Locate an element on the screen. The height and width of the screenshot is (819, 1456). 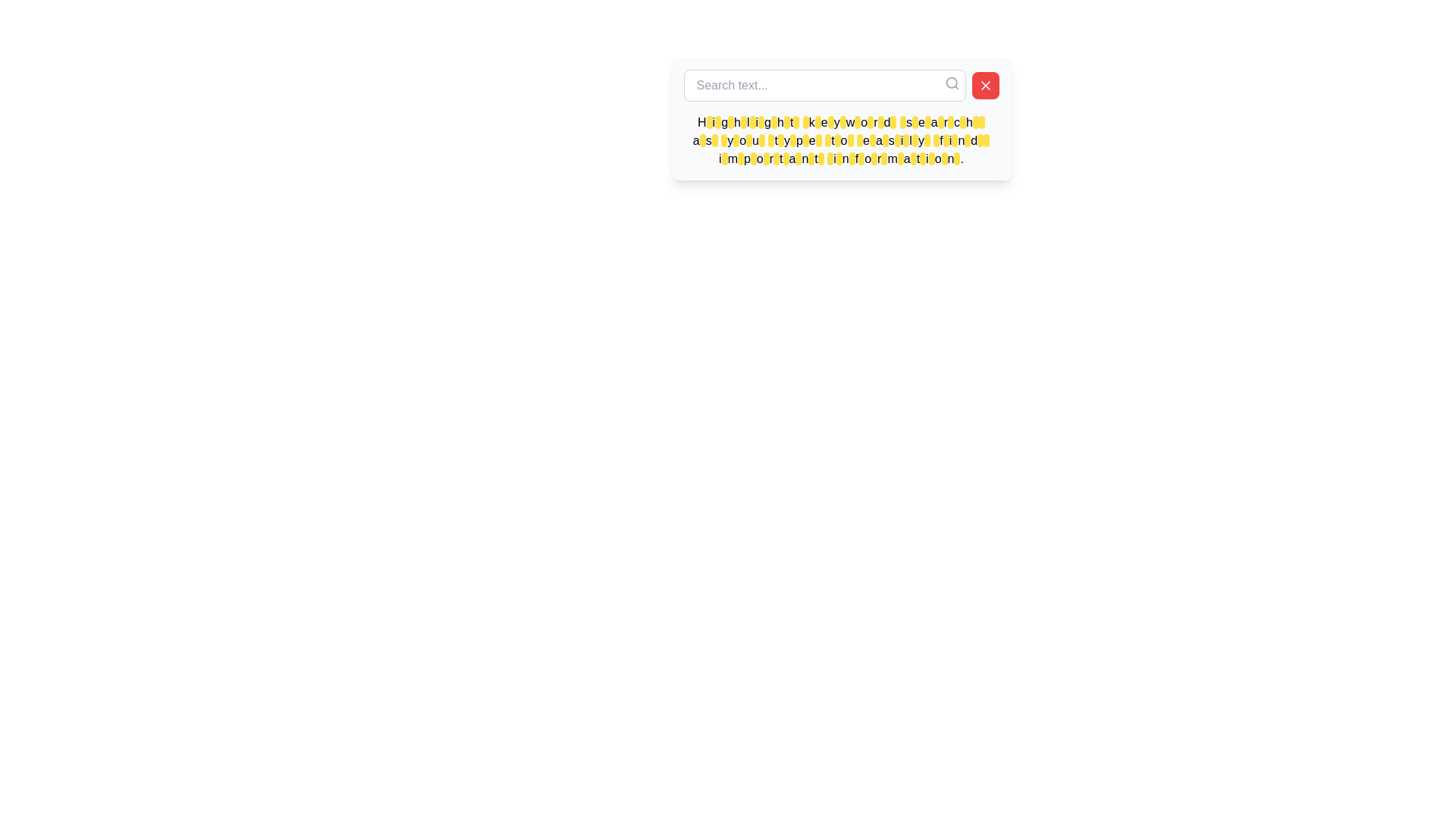
the diagonal cross icon located at the top-right corner of the floating search bar panel is located at coordinates (985, 85).